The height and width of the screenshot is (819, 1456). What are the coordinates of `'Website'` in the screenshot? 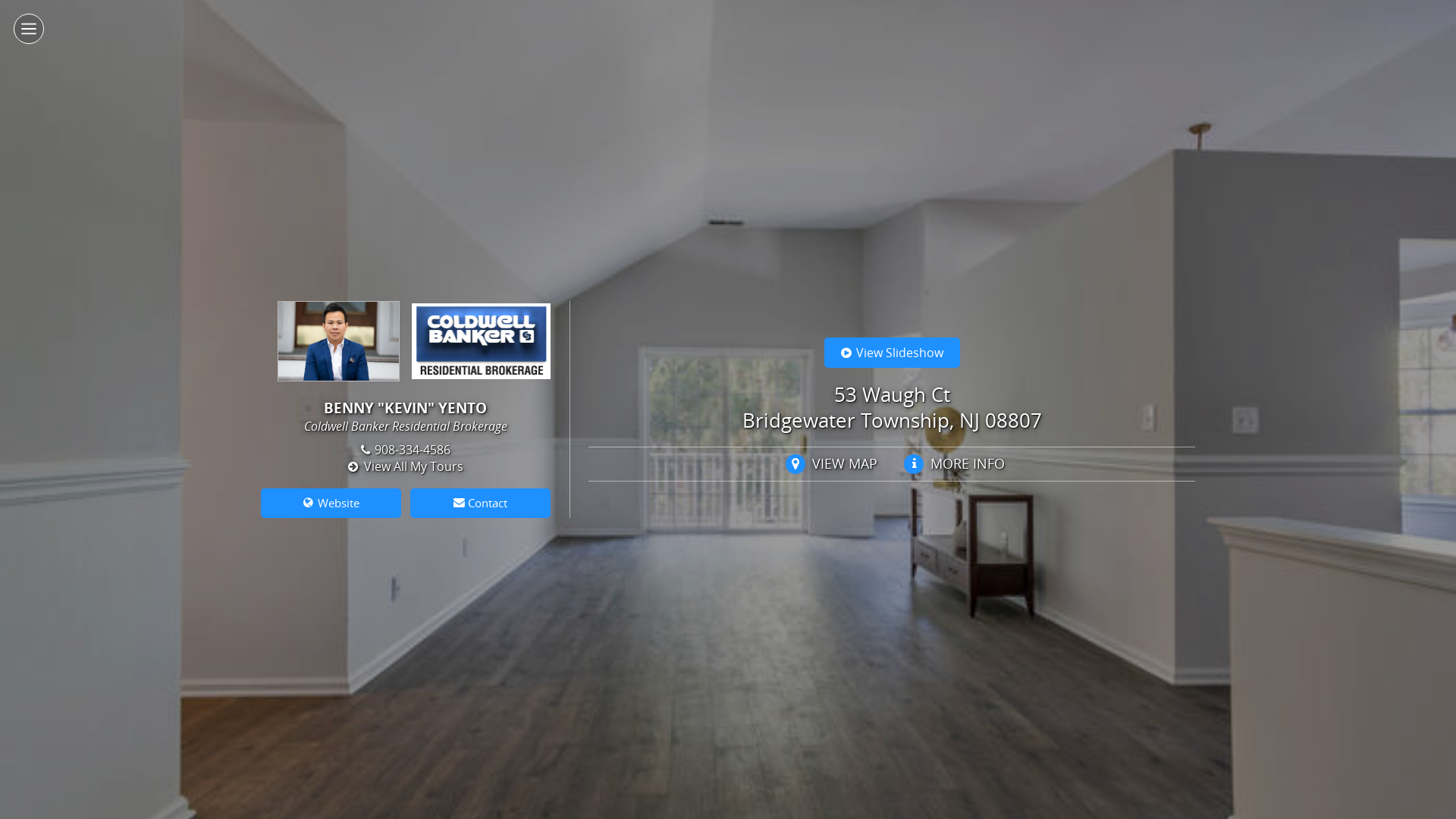 It's located at (330, 503).